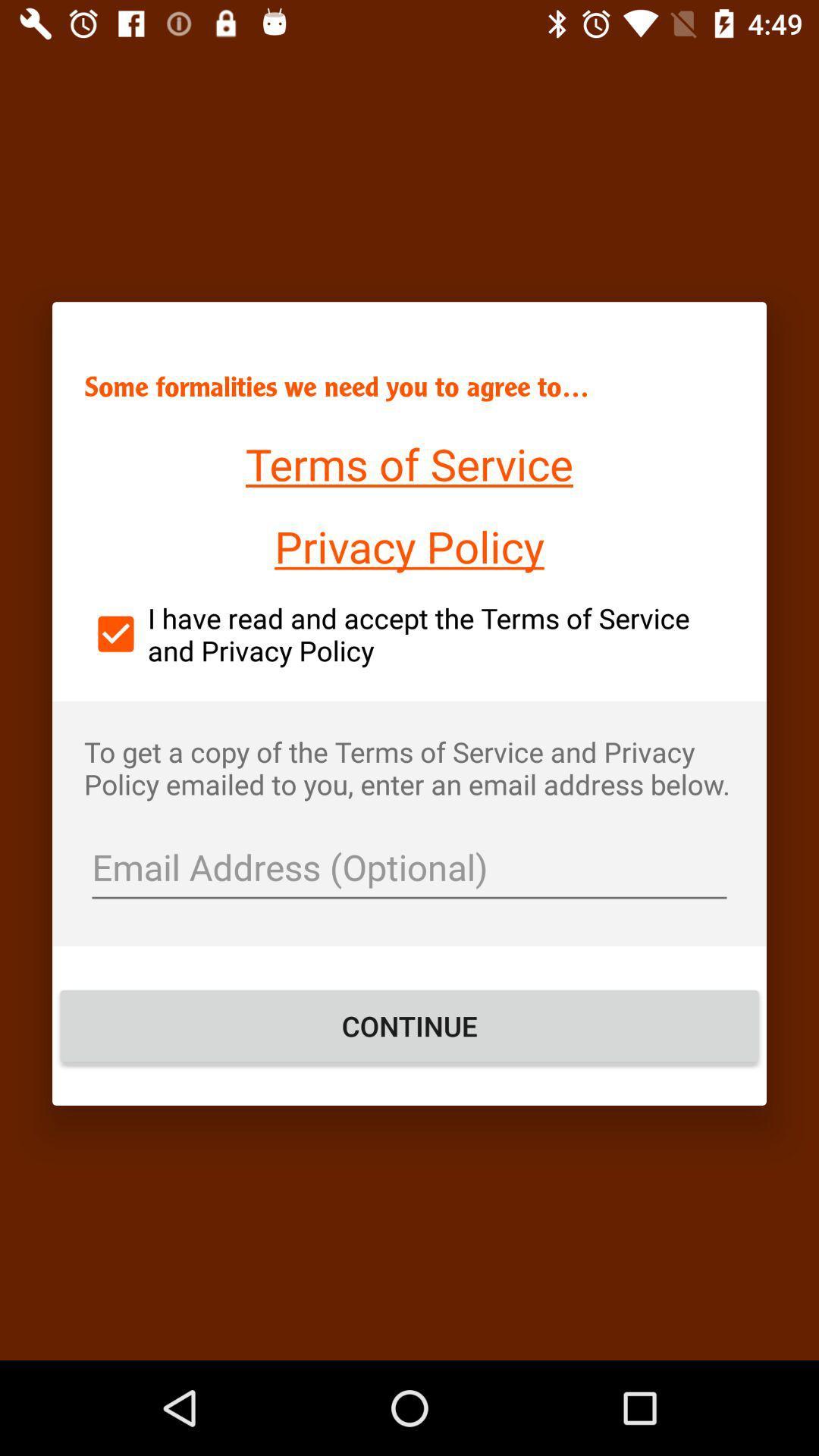 This screenshot has width=819, height=1456. I want to click on text field foe email address, so click(409, 869).